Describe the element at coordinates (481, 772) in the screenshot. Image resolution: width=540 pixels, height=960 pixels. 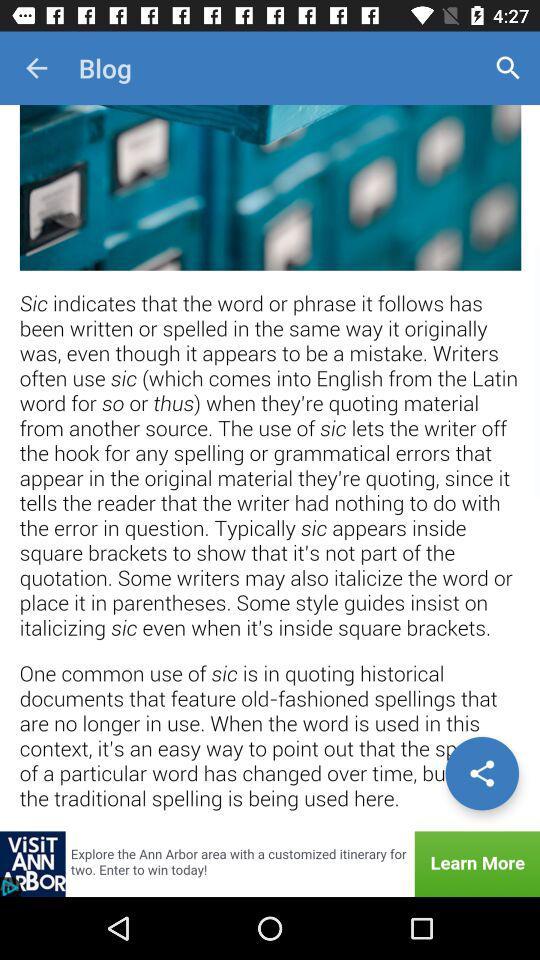
I see `share options` at that location.